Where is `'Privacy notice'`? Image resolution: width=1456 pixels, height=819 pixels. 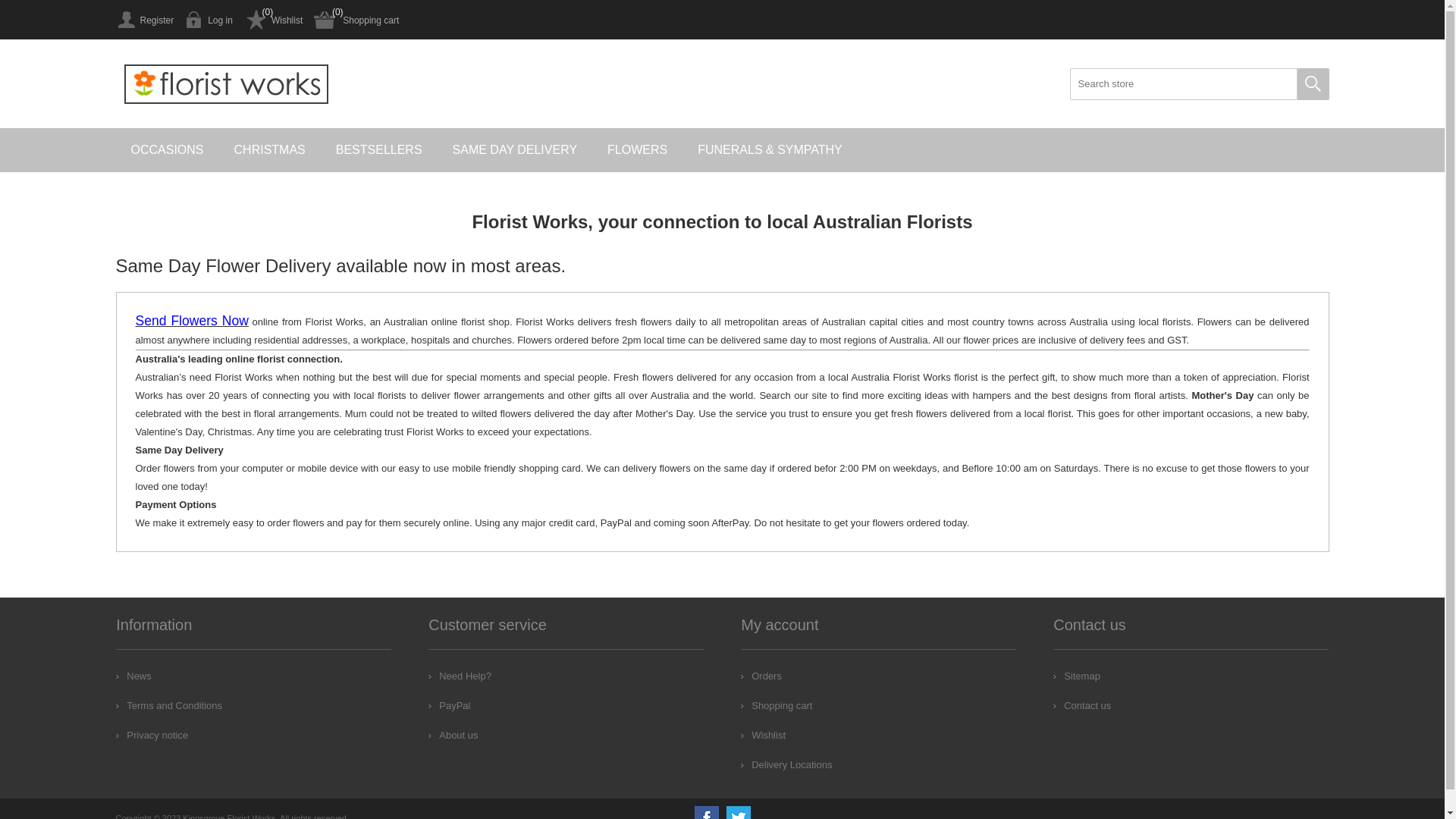
'Privacy notice' is located at coordinates (152, 734).